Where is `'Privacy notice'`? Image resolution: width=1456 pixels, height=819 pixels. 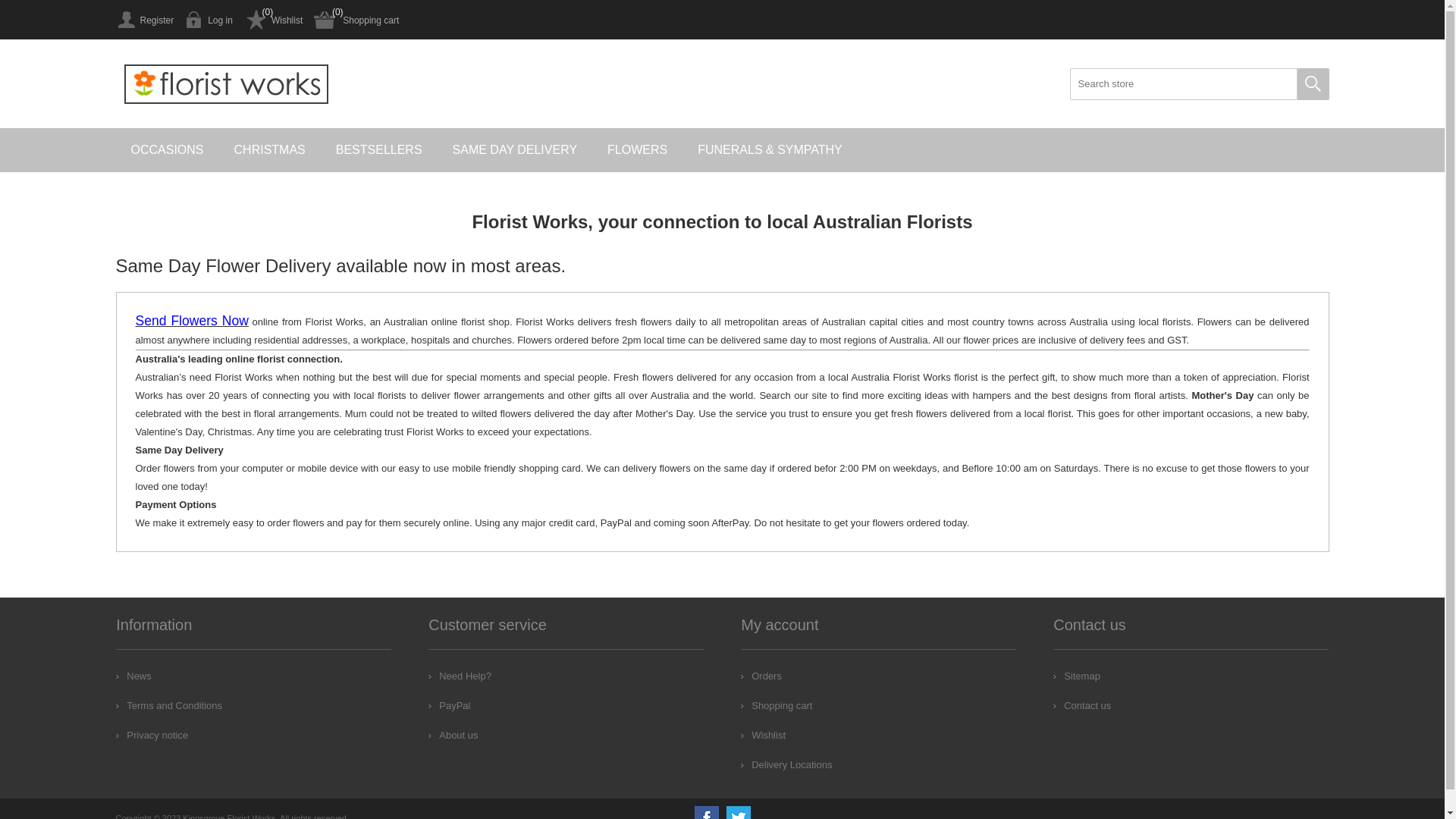
'Privacy notice' is located at coordinates (152, 734).